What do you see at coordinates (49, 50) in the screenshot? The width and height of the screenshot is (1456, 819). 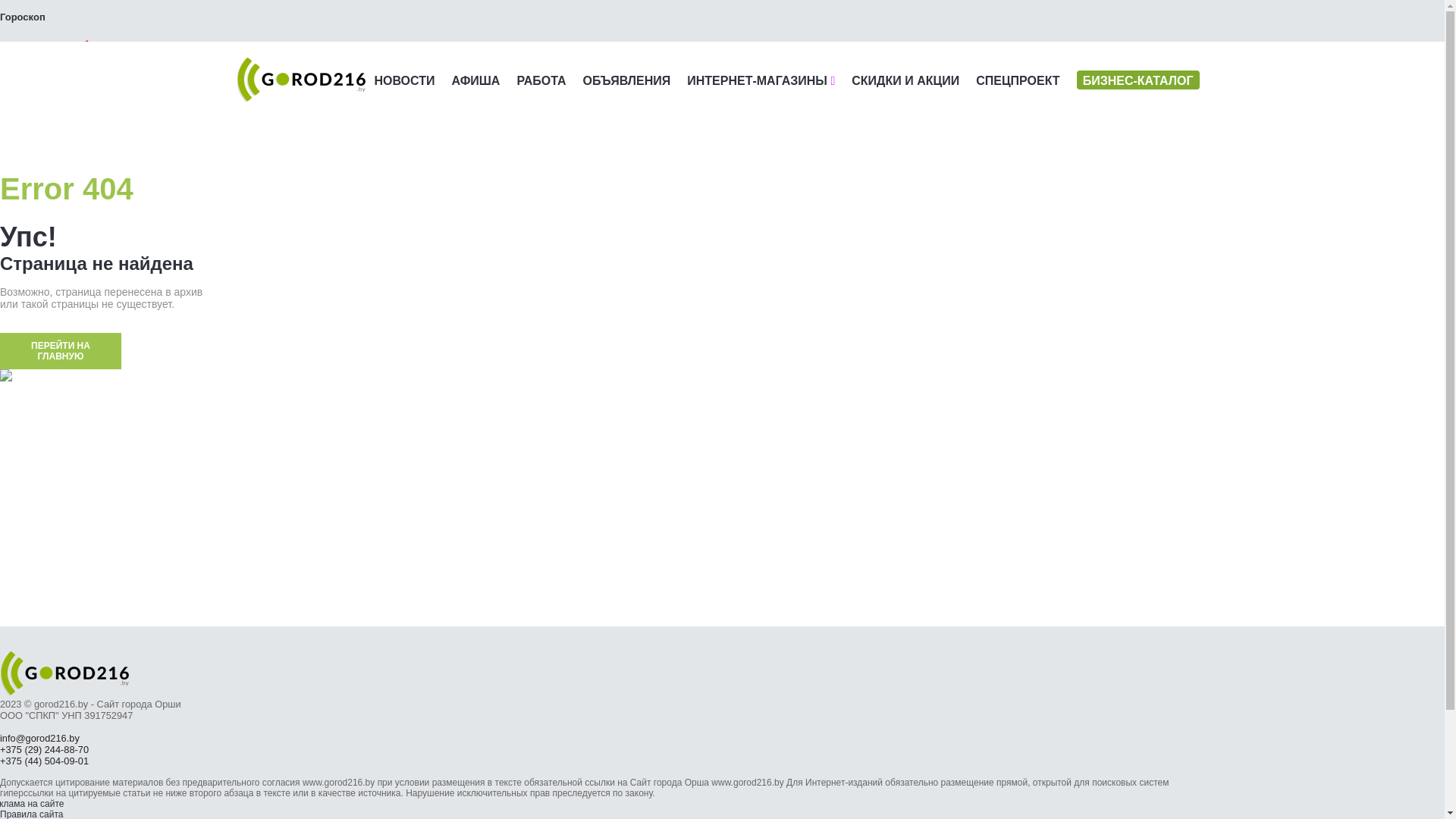 I see `'  '` at bounding box center [49, 50].